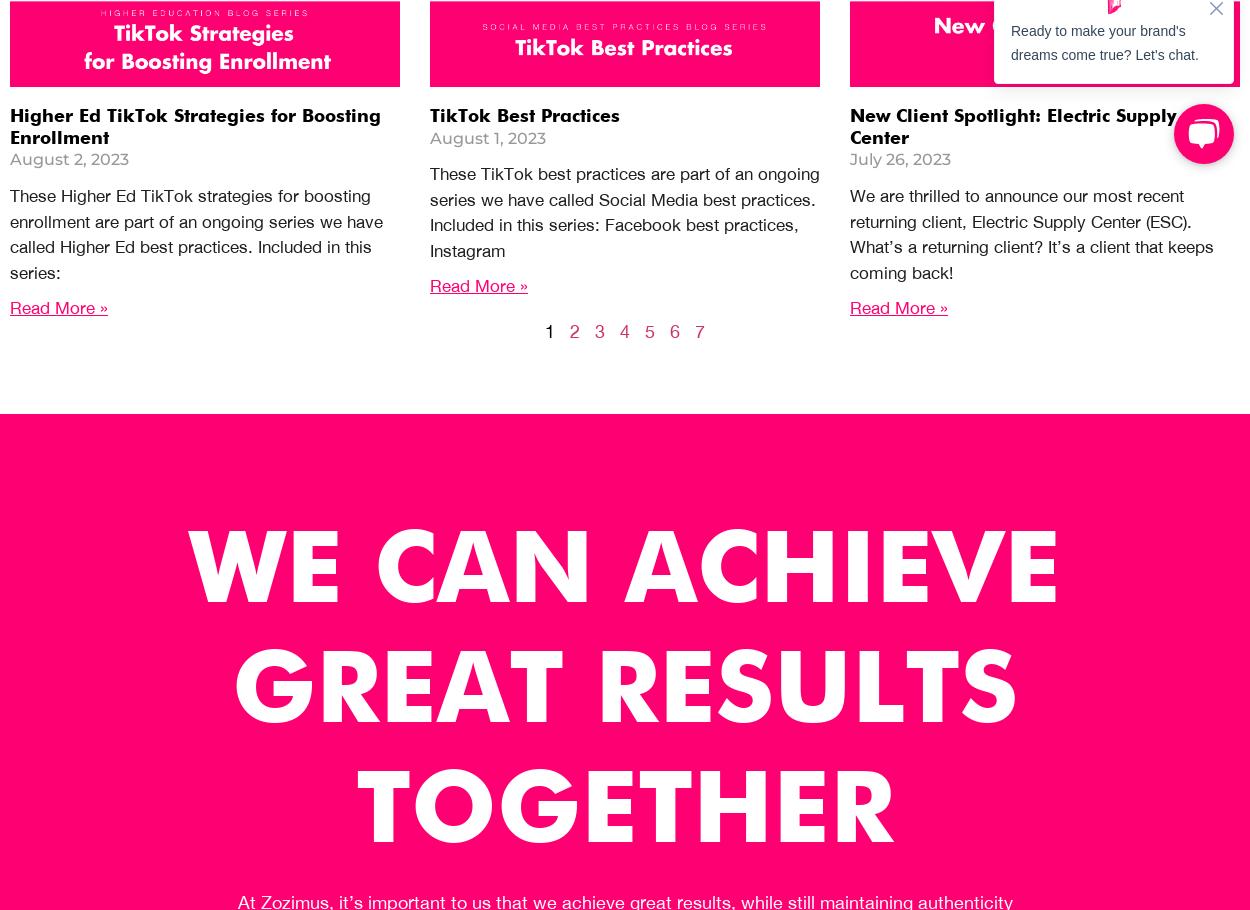 The width and height of the screenshot is (1250, 910). Describe the element at coordinates (550, 330) in the screenshot. I see `'1'` at that location.